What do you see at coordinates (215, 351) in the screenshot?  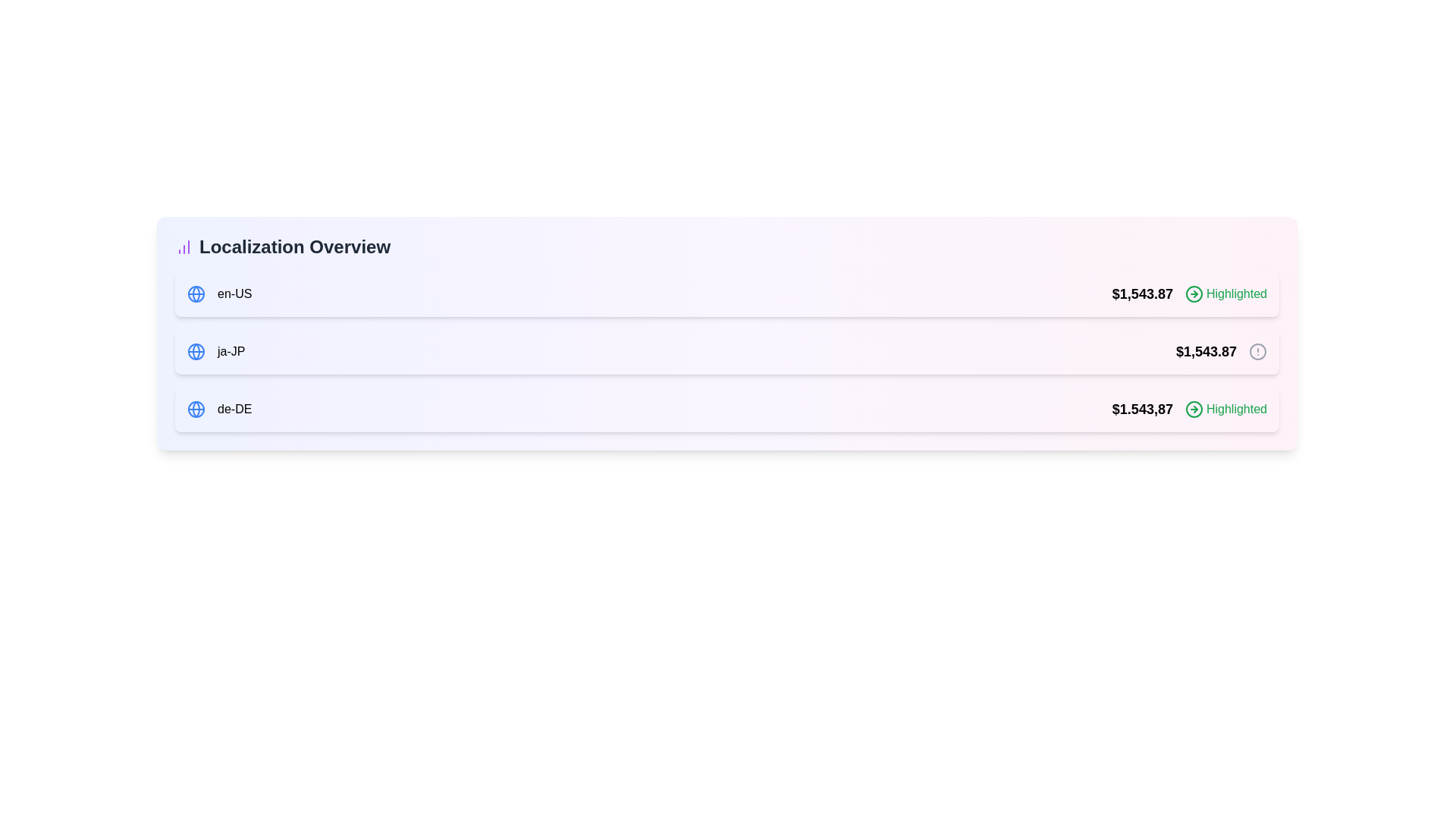 I see `locale text 'ja-JP' from the Text Label located in the second row, positioned to the right of a blue globe icon` at bounding box center [215, 351].